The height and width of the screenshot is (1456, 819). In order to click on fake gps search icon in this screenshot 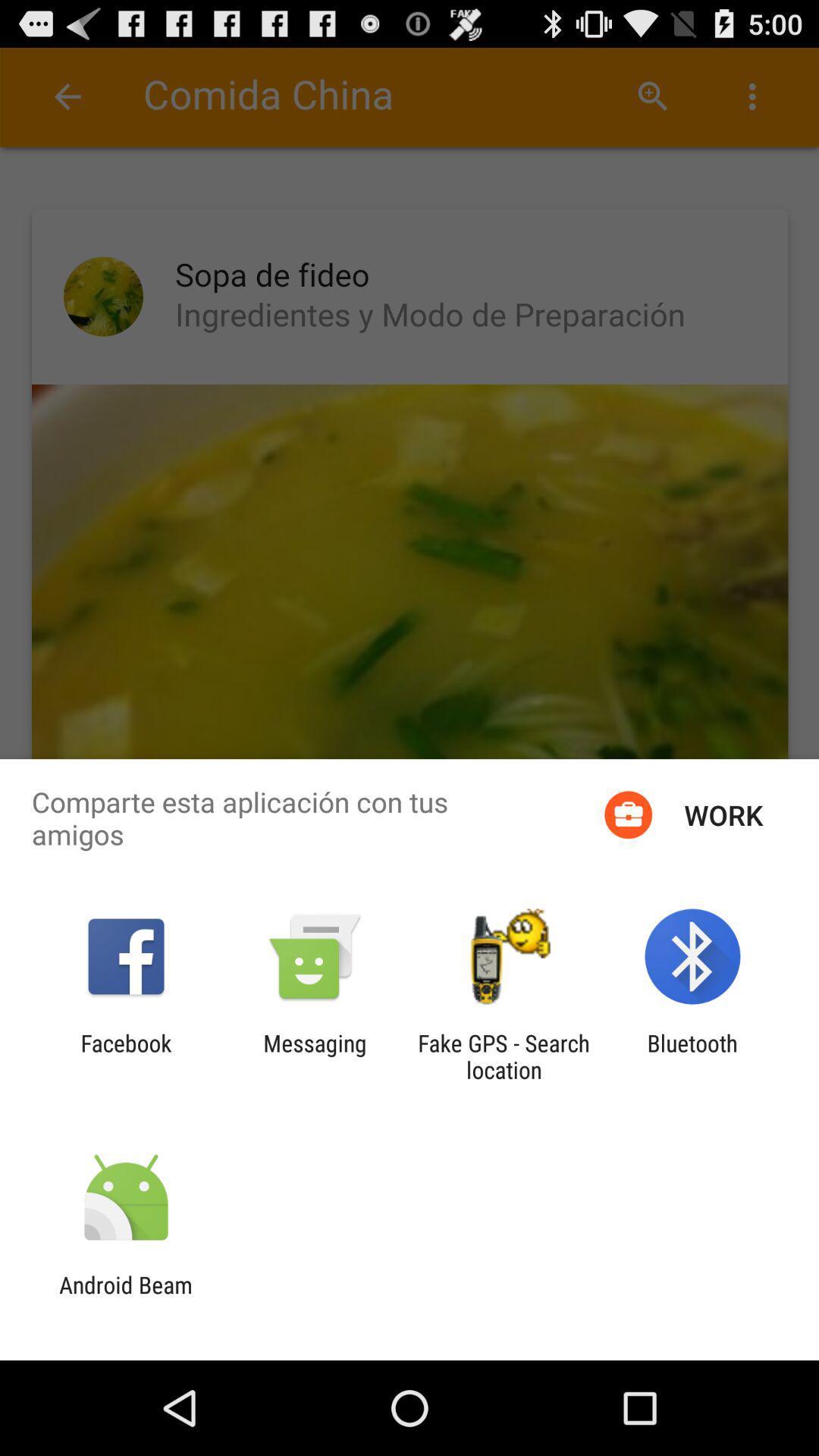, I will do `click(504, 1056)`.